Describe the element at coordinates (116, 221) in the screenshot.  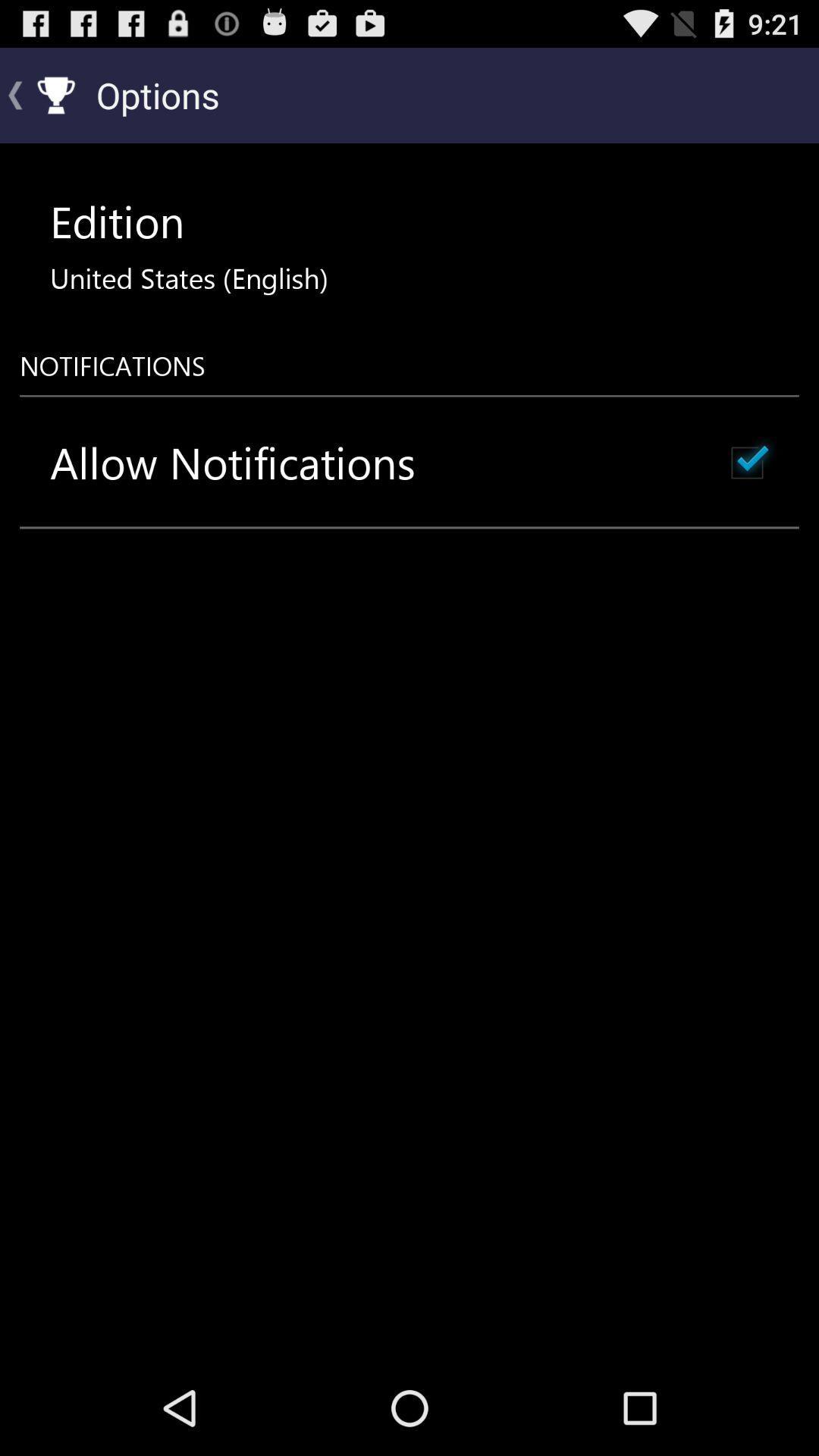
I see `icon above united states (english) item` at that location.